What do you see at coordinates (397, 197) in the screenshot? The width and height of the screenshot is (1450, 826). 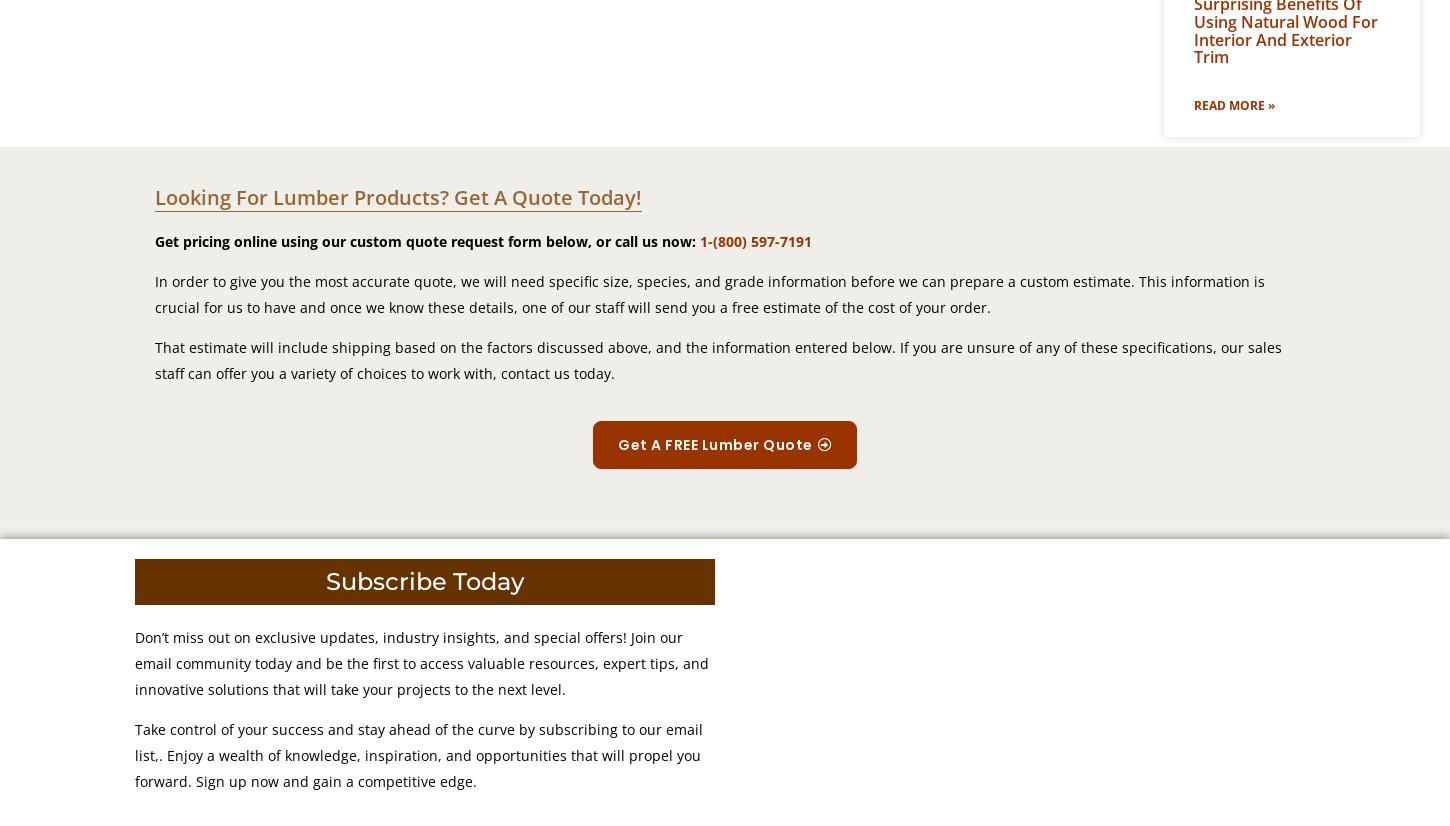 I see `'Looking For Lumber Products? Get A Quote Today!'` at bounding box center [397, 197].